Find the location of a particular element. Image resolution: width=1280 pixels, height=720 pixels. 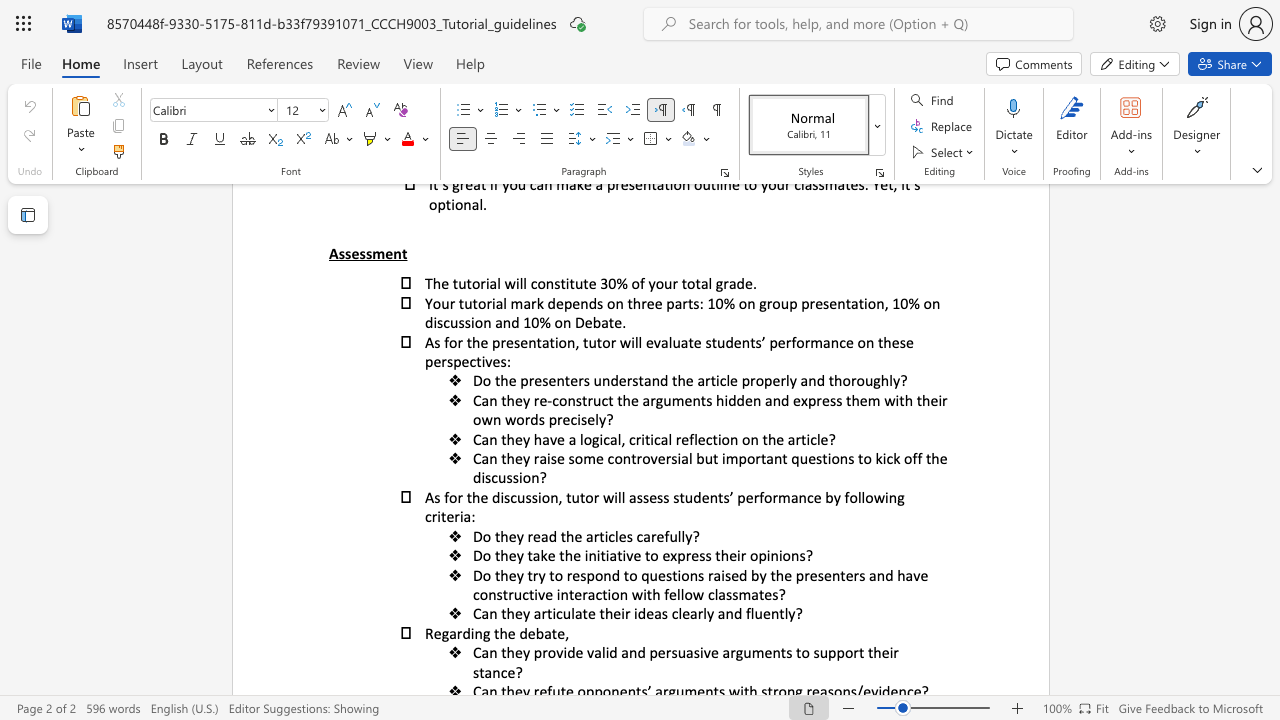

the subset text "discussion, tutor will assess students’ perf" within the text "As for the discussion, tutor will assess students’ performance by following criteria:" is located at coordinates (492, 496).